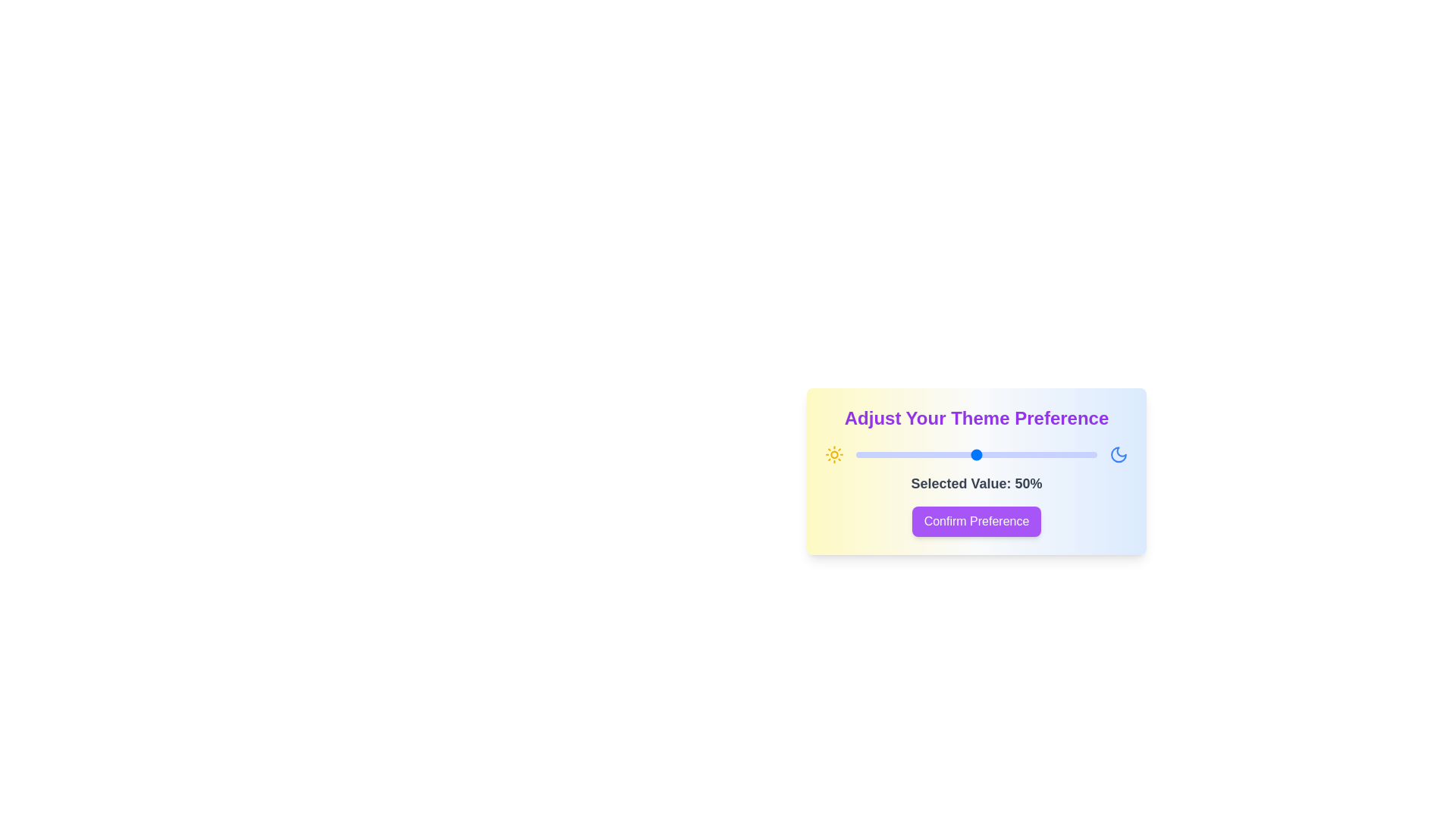 This screenshot has width=1456, height=819. Describe the element at coordinates (976, 520) in the screenshot. I see `the confirmation button located at the bottom of the gradient-colored card titled 'Adjust Your Theme Preference'` at that location.